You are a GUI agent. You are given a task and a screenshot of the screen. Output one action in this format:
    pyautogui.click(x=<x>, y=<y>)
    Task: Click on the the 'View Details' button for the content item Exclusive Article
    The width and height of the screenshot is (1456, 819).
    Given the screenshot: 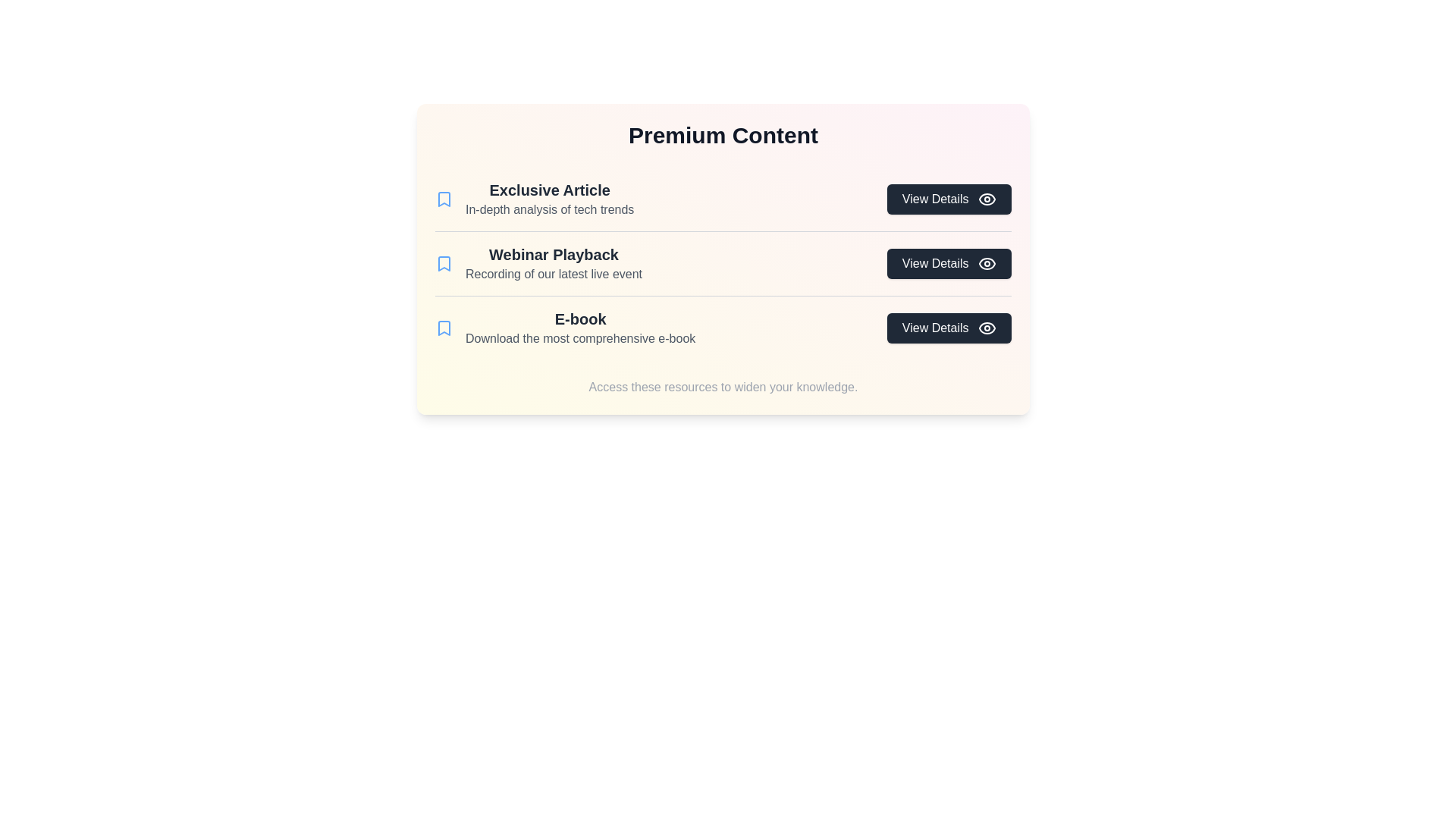 What is the action you would take?
    pyautogui.click(x=948, y=198)
    